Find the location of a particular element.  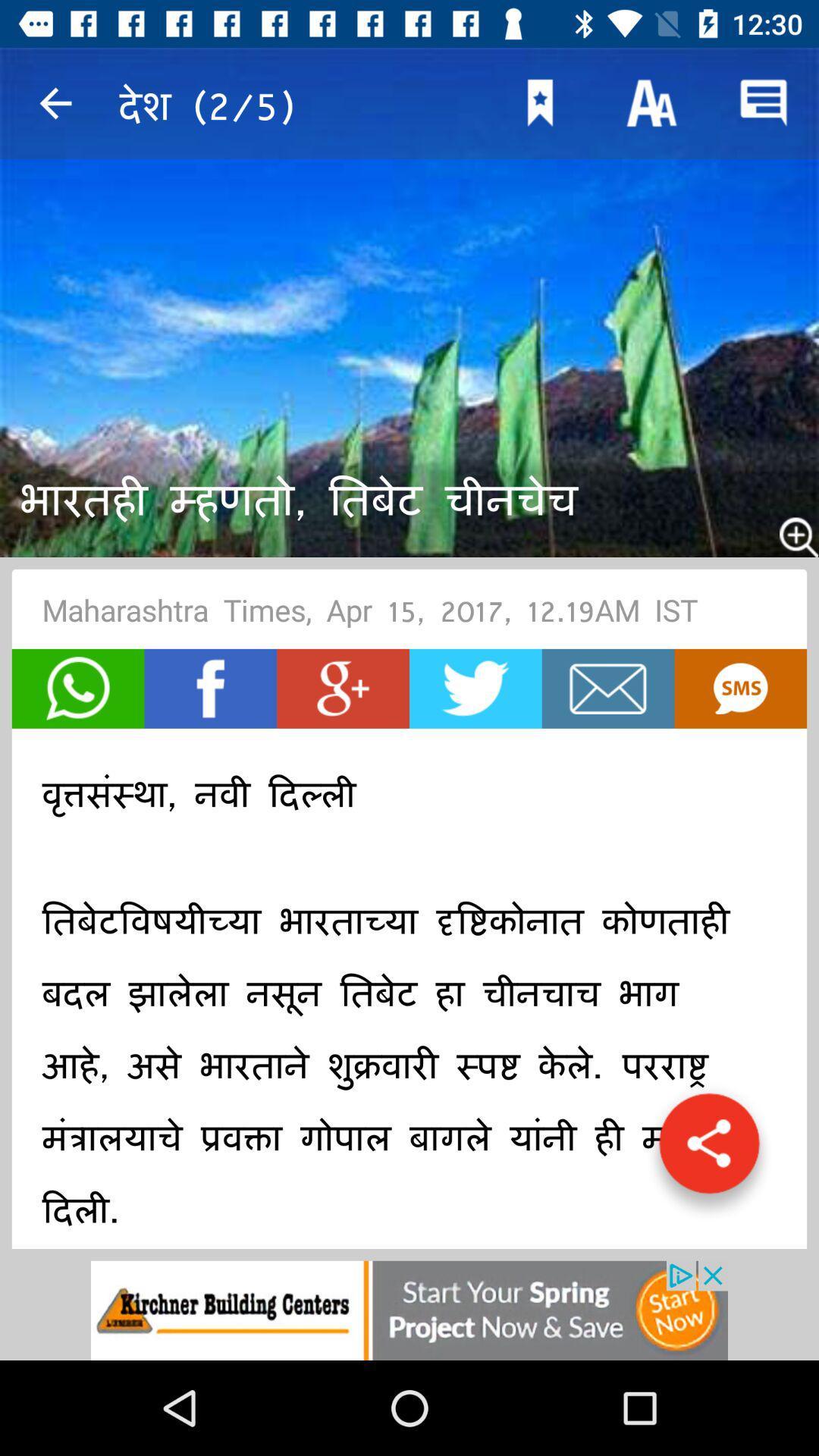

home is located at coordinates (607, 688).